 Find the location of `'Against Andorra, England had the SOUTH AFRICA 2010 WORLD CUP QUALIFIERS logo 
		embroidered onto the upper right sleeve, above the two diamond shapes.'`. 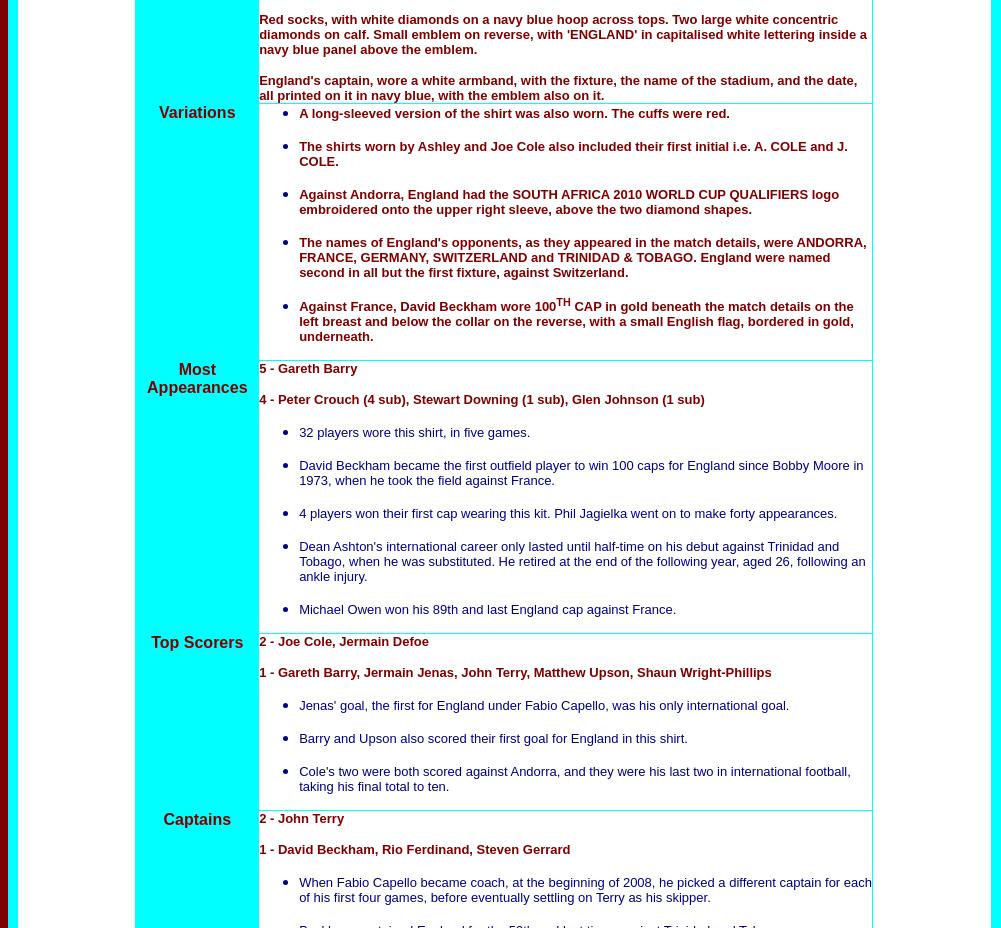

'Against Andorra, England had the SOUTH AFRICA 2010 WORLD CUP QUALIFIERS logo 
		embroidered onto the upper right sleeve, above the two diamond shapes.' is located at coordinates (567, 202).